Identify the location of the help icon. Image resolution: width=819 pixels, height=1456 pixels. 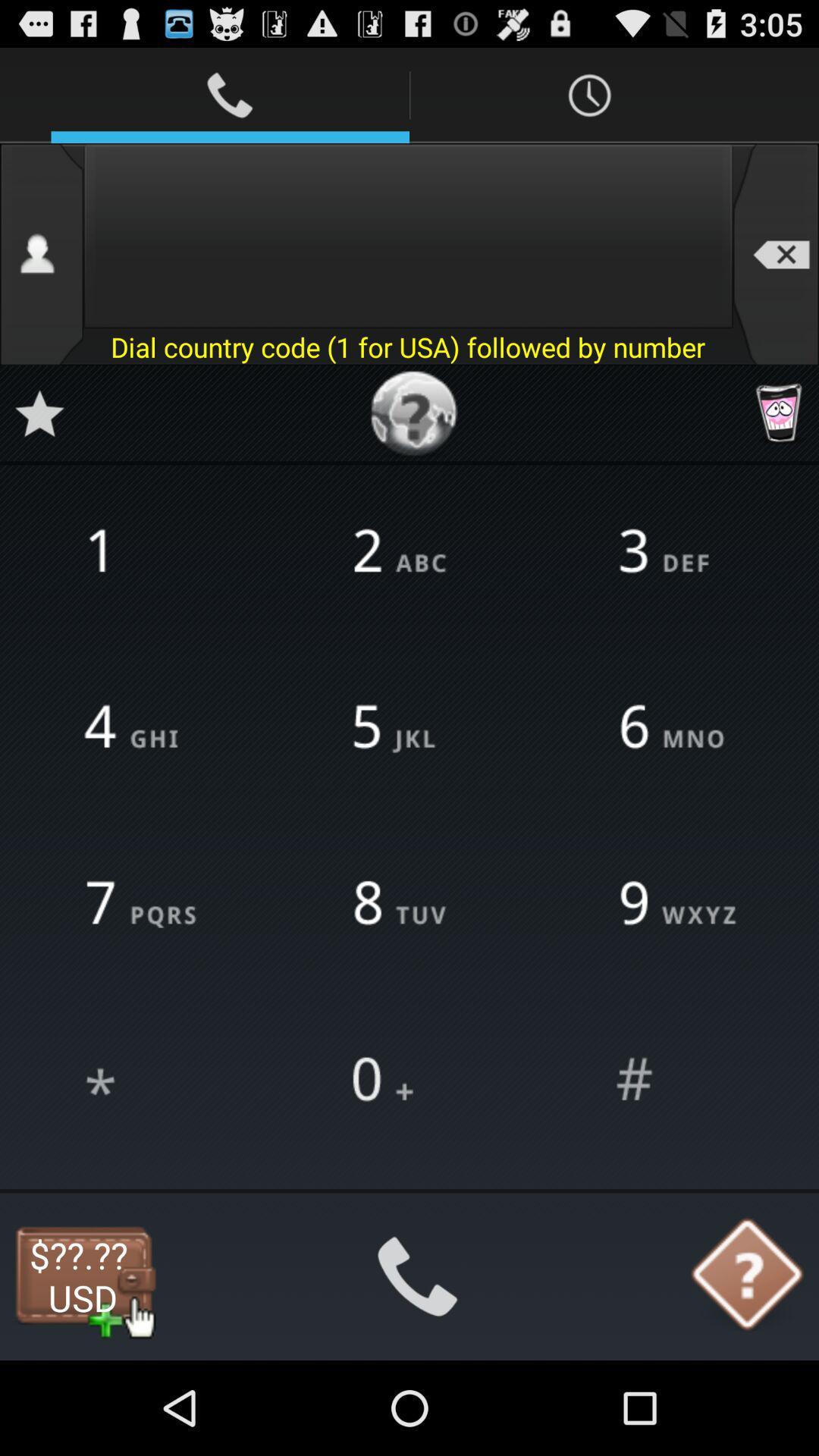
(413, 441).